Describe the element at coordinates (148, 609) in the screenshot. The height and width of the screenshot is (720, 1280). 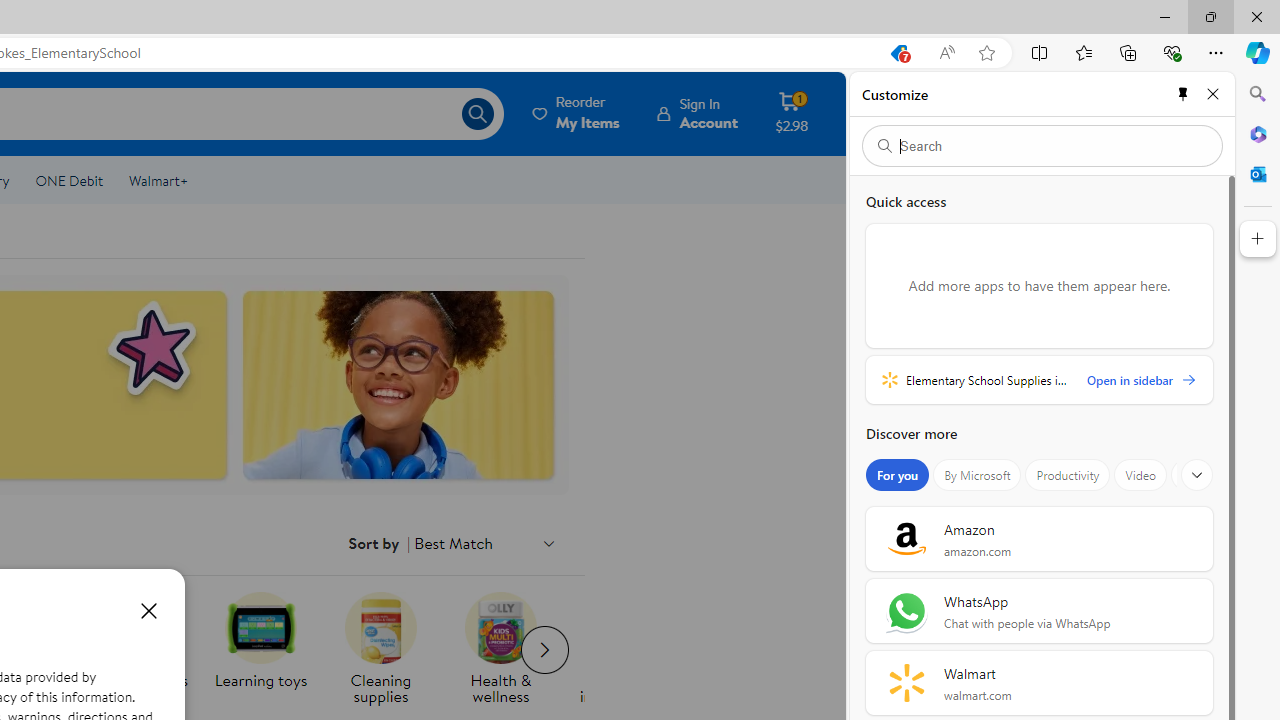
I see `'Close dialog'` at that location.